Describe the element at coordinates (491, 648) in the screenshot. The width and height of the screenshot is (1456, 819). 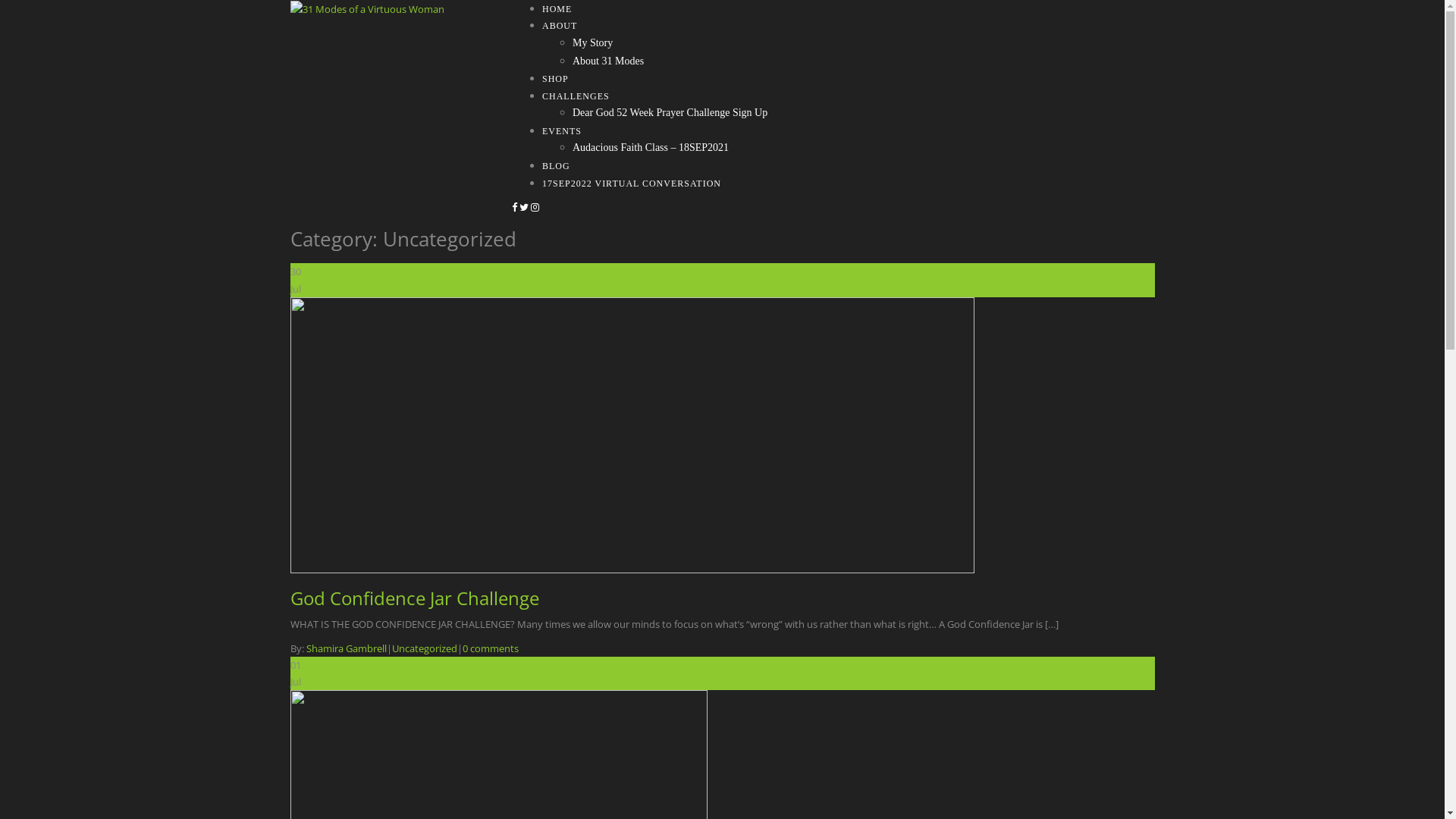
I see `'0 comments'` at that location.